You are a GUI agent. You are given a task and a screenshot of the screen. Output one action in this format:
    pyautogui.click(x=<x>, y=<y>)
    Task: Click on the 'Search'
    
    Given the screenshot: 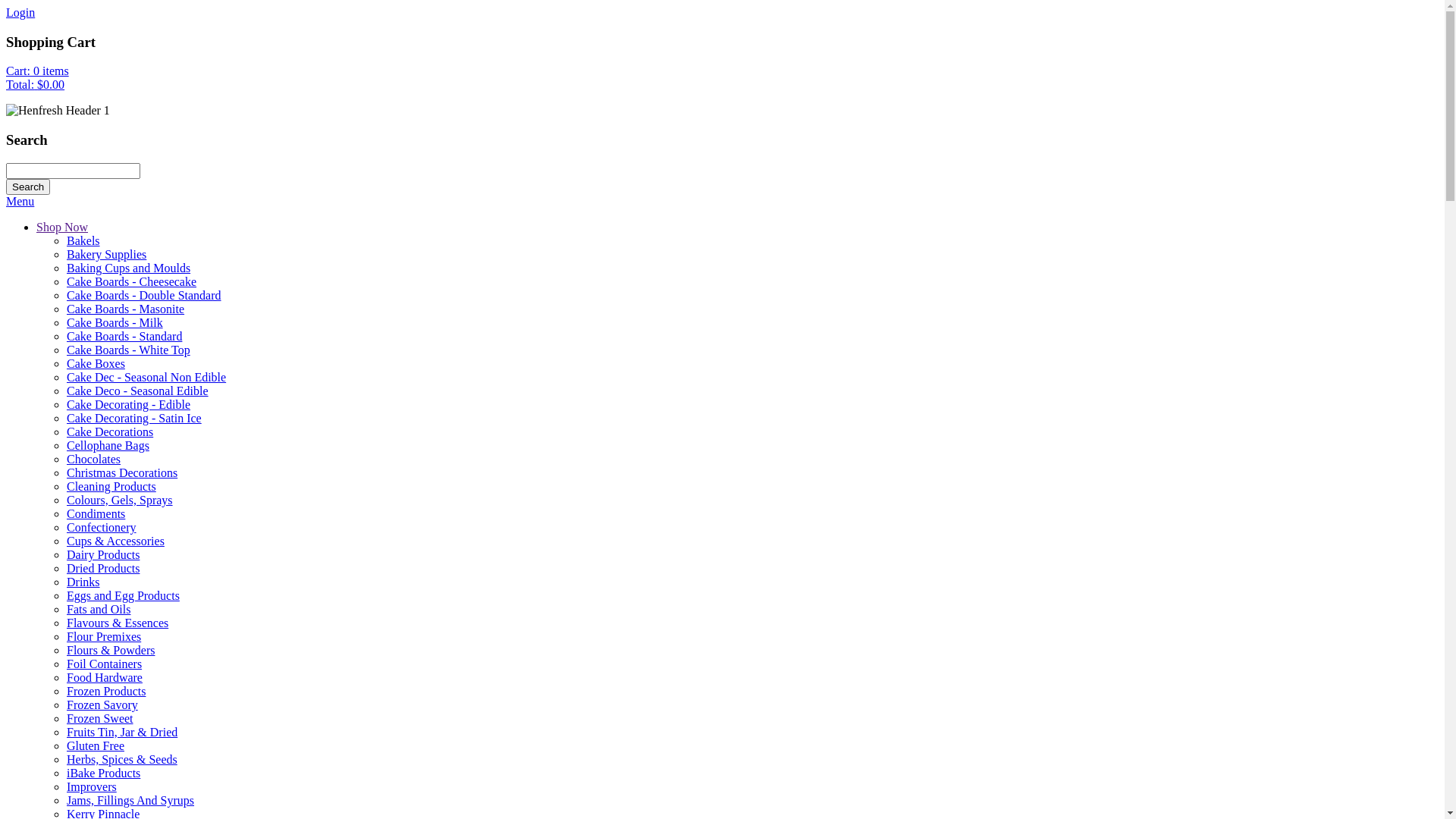 What is the action you would take?
    pyautogui.click(x=28, y=186)
    